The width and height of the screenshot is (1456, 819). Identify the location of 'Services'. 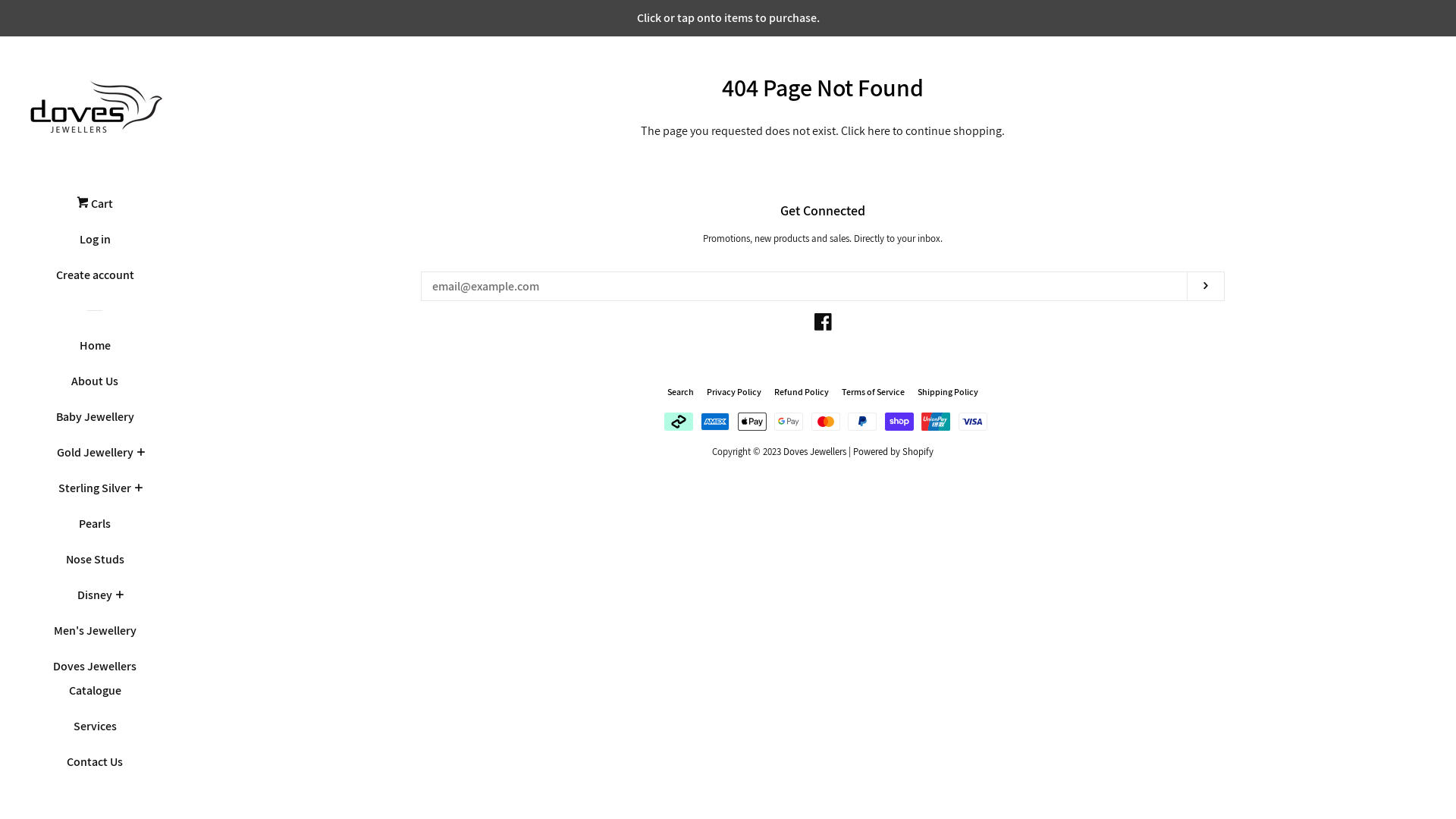
(93, 731).